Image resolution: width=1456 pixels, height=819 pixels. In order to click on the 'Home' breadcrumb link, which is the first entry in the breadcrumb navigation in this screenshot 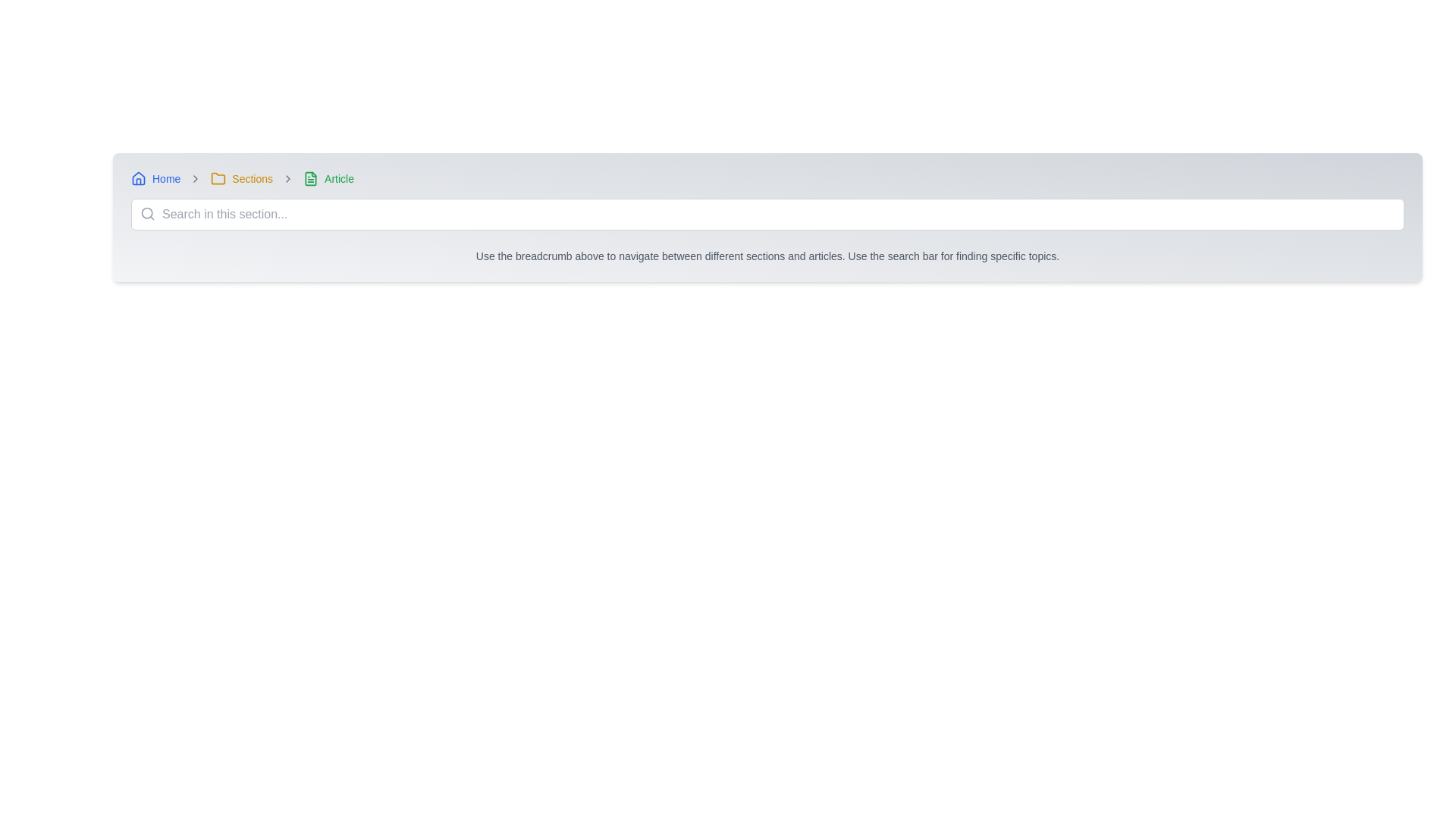, I will do `click(155, 177)`.